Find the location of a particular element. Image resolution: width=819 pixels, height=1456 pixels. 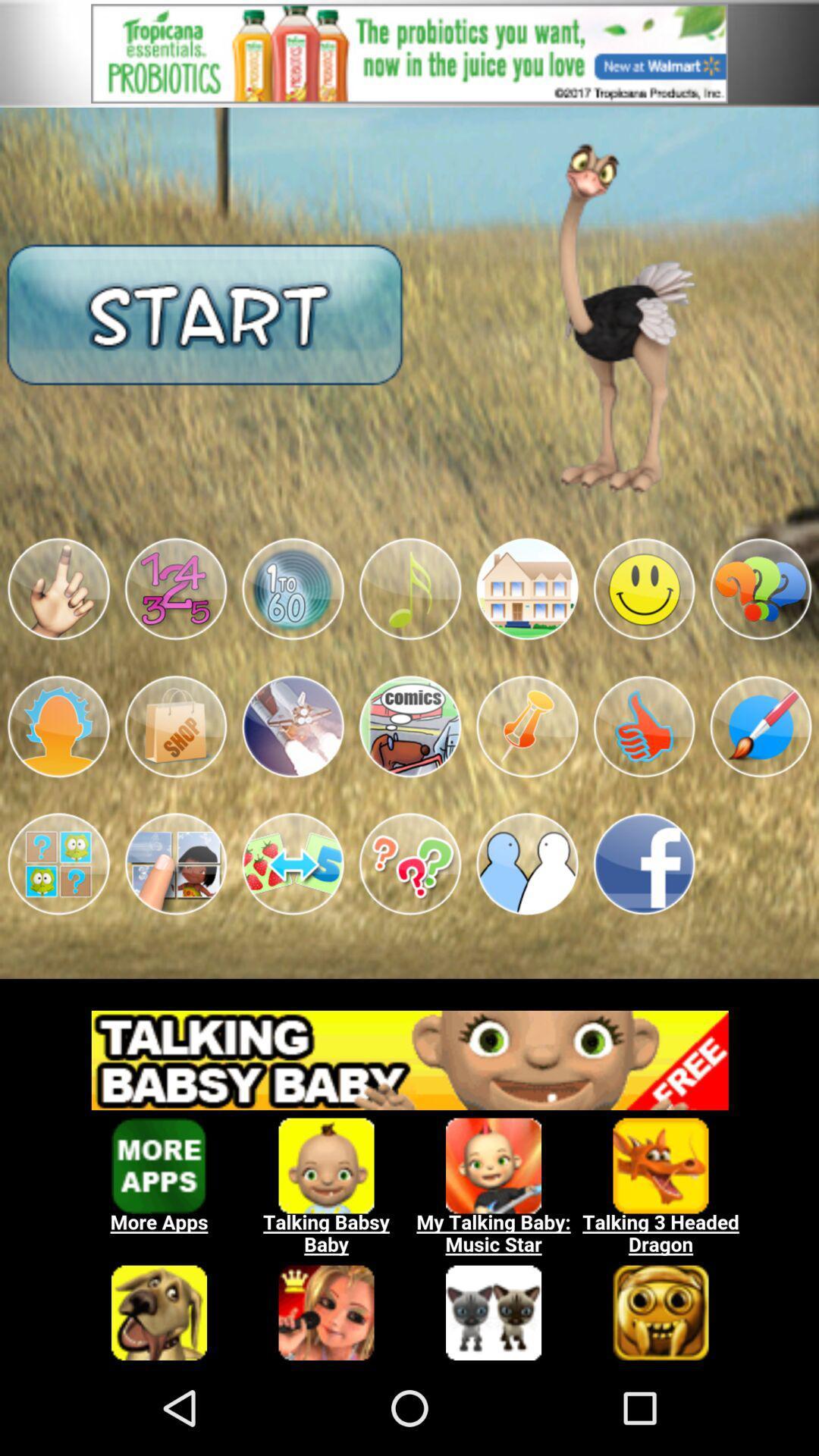

choose icon with numbers 12345 is located at coordinates (174, 588).